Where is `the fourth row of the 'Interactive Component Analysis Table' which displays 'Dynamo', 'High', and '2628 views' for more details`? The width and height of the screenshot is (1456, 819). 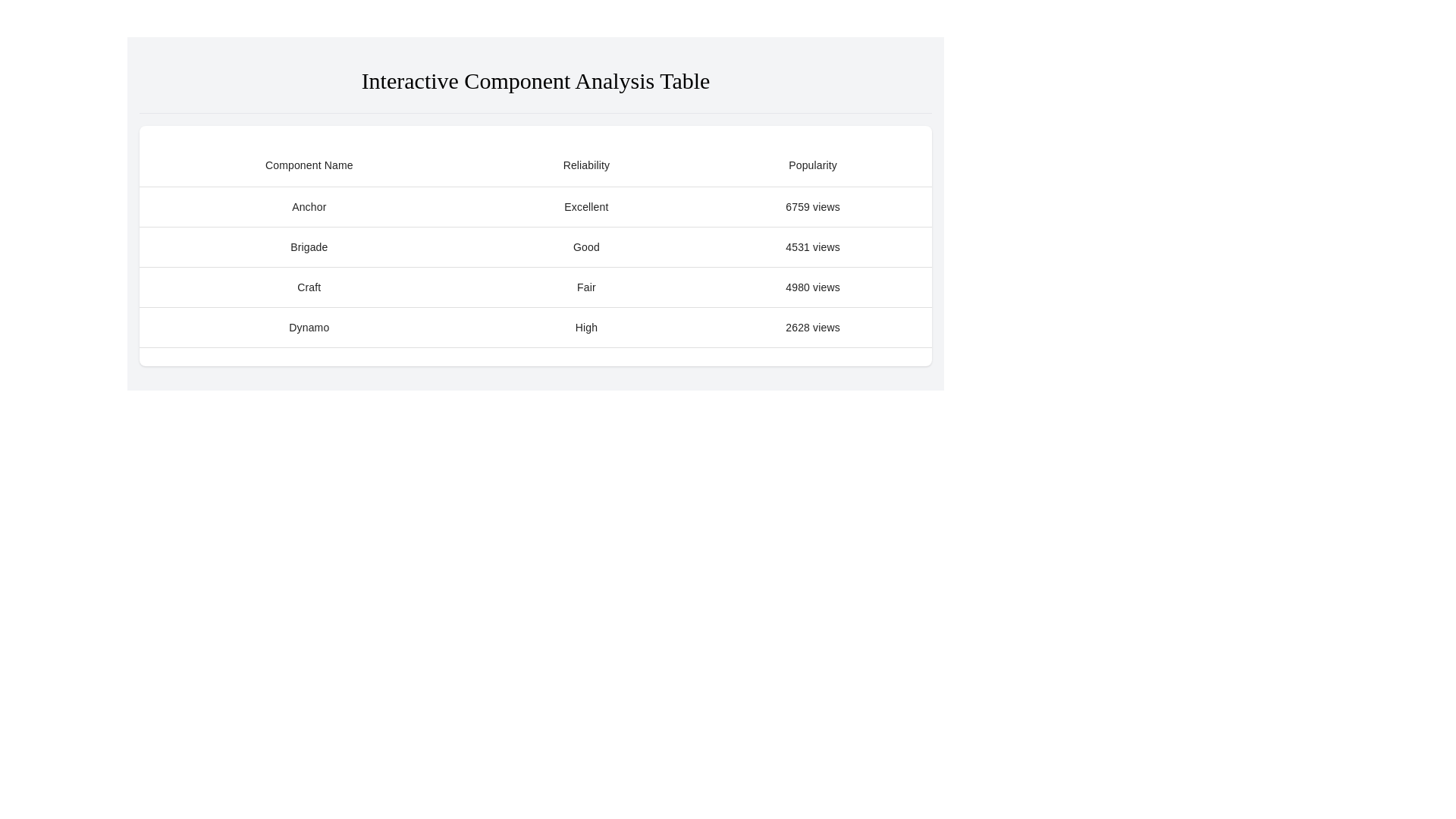 the fourth row of the 'Interactive Component Analysis Table' which displays 'Dynamo', 'High', and '2628 views' for more details is located at coordinates (535, 327).